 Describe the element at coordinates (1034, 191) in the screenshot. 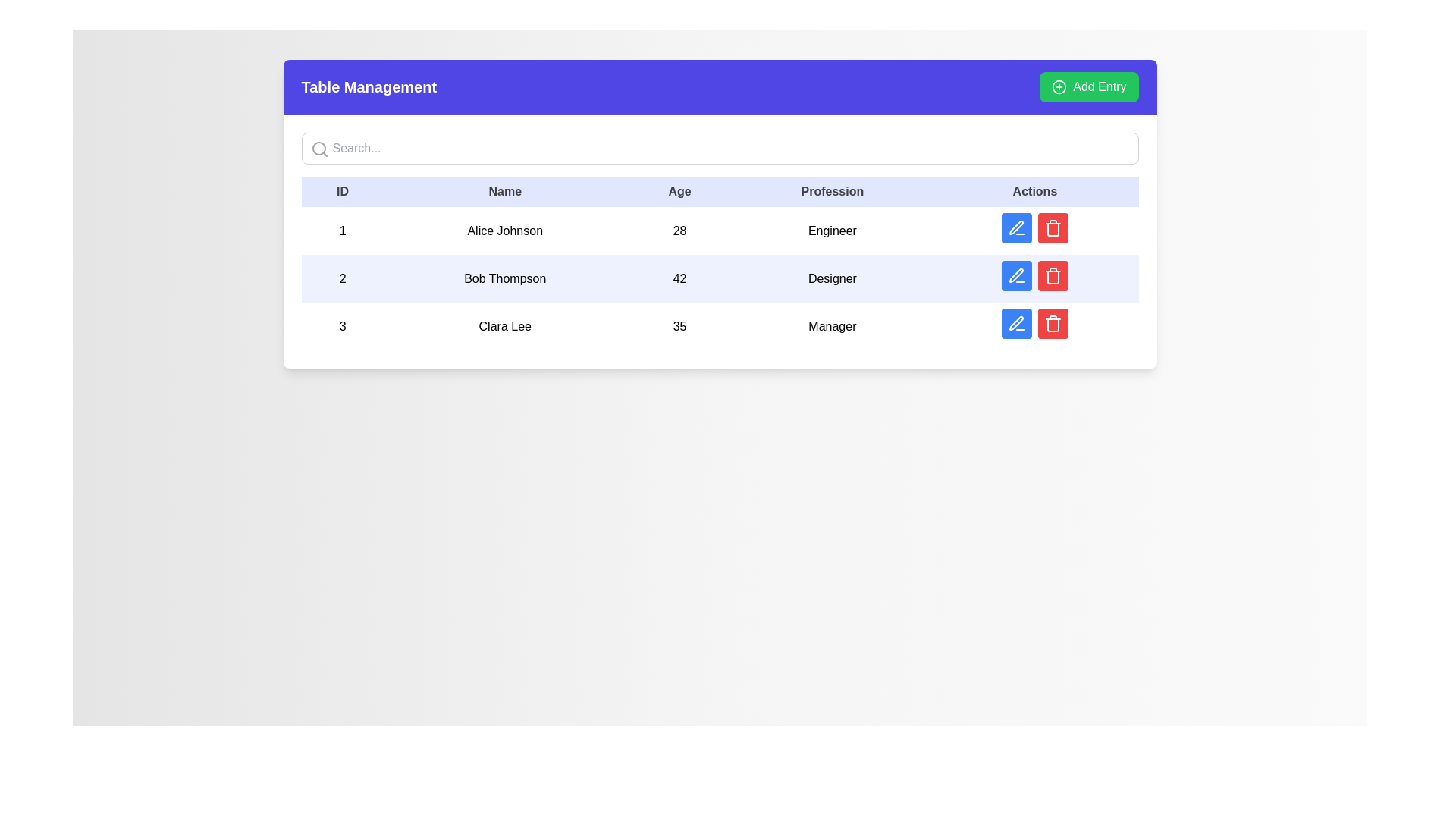

I see `the 'Actions' text label, which is the last column header in a data table, displayed in bold with a light indigo background` at that location.